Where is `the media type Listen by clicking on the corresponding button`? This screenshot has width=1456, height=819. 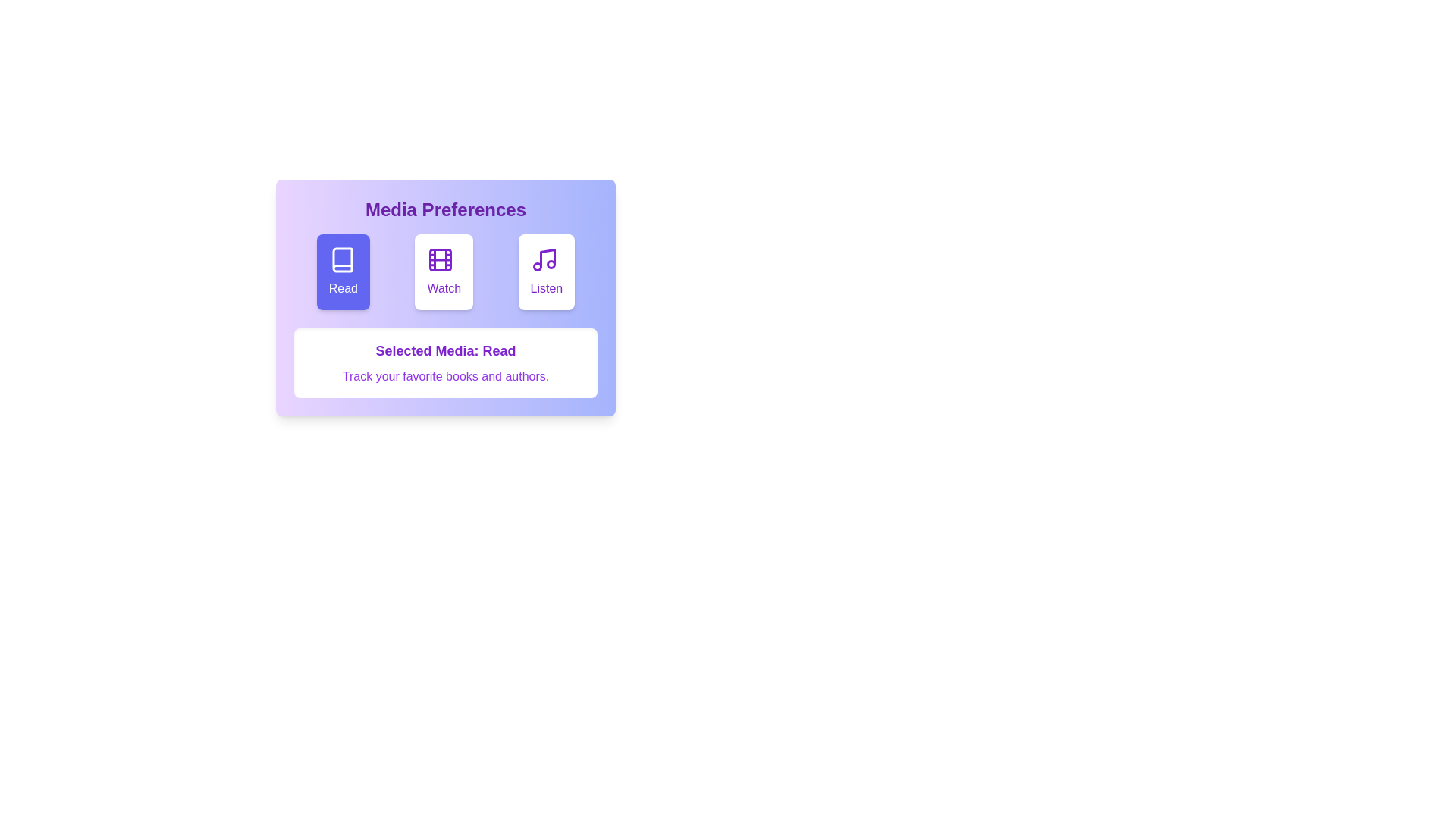
the media type Listen by clicking on the corresponding button is located at coordinates (546, 271).